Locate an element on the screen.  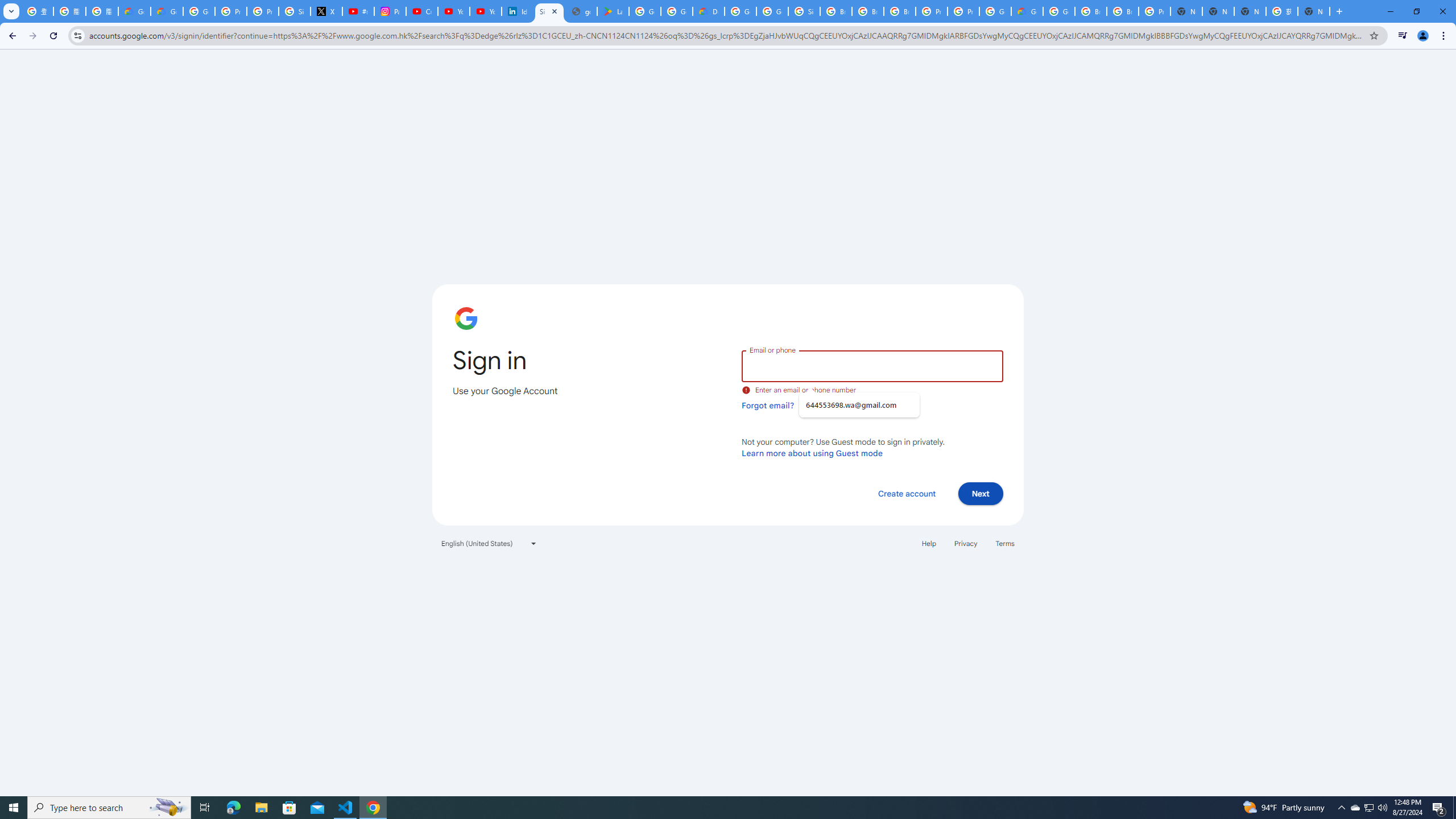
'Browse Chrome as a guest - Computer - Google Chrome Help' is located at coordinates (1090, 11).